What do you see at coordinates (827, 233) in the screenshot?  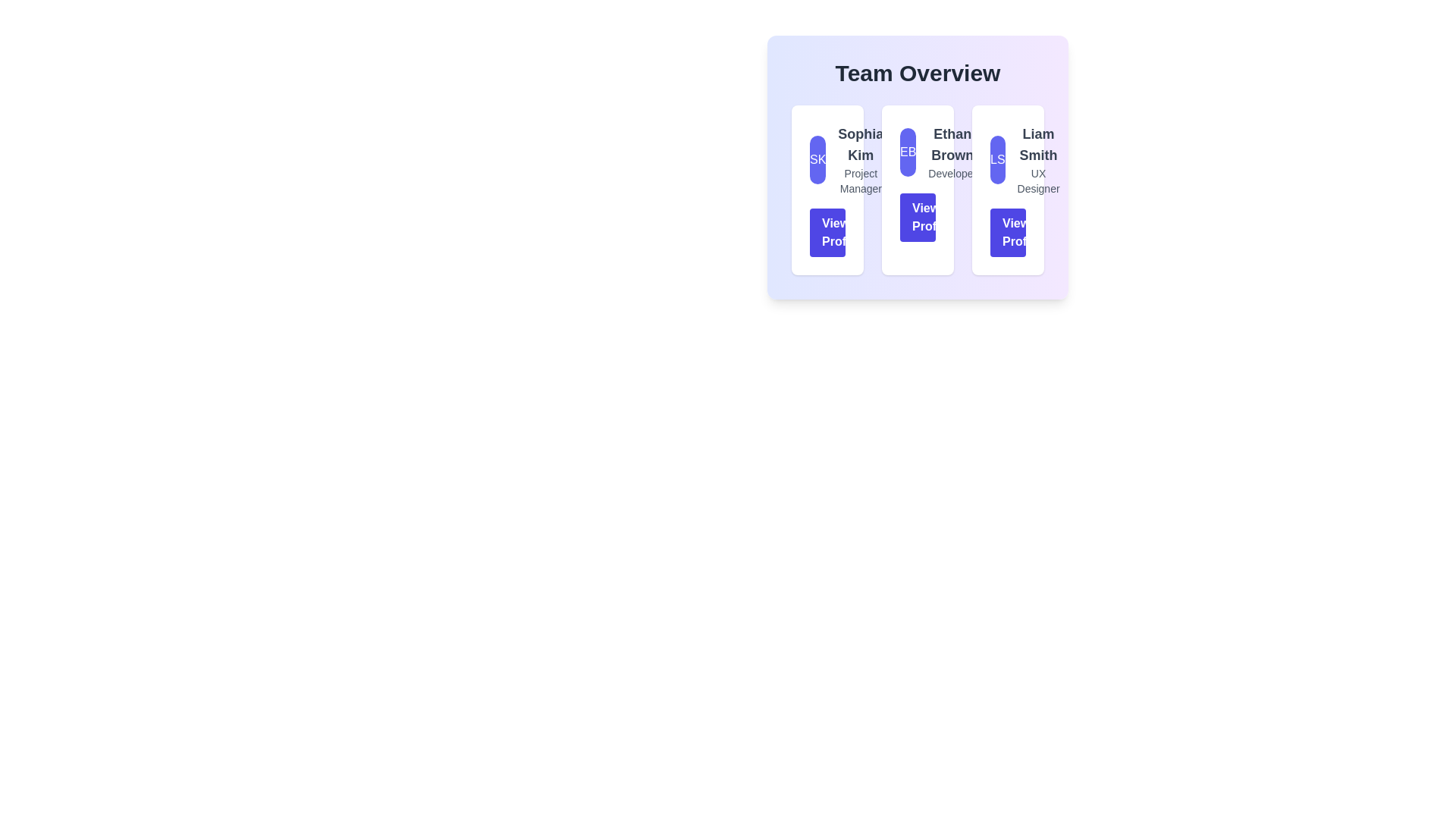 I see `the 'View Profile' button located at the bottom of Sophia Kim's profile card for accessibility purposes` at bounding box center [827, 233].